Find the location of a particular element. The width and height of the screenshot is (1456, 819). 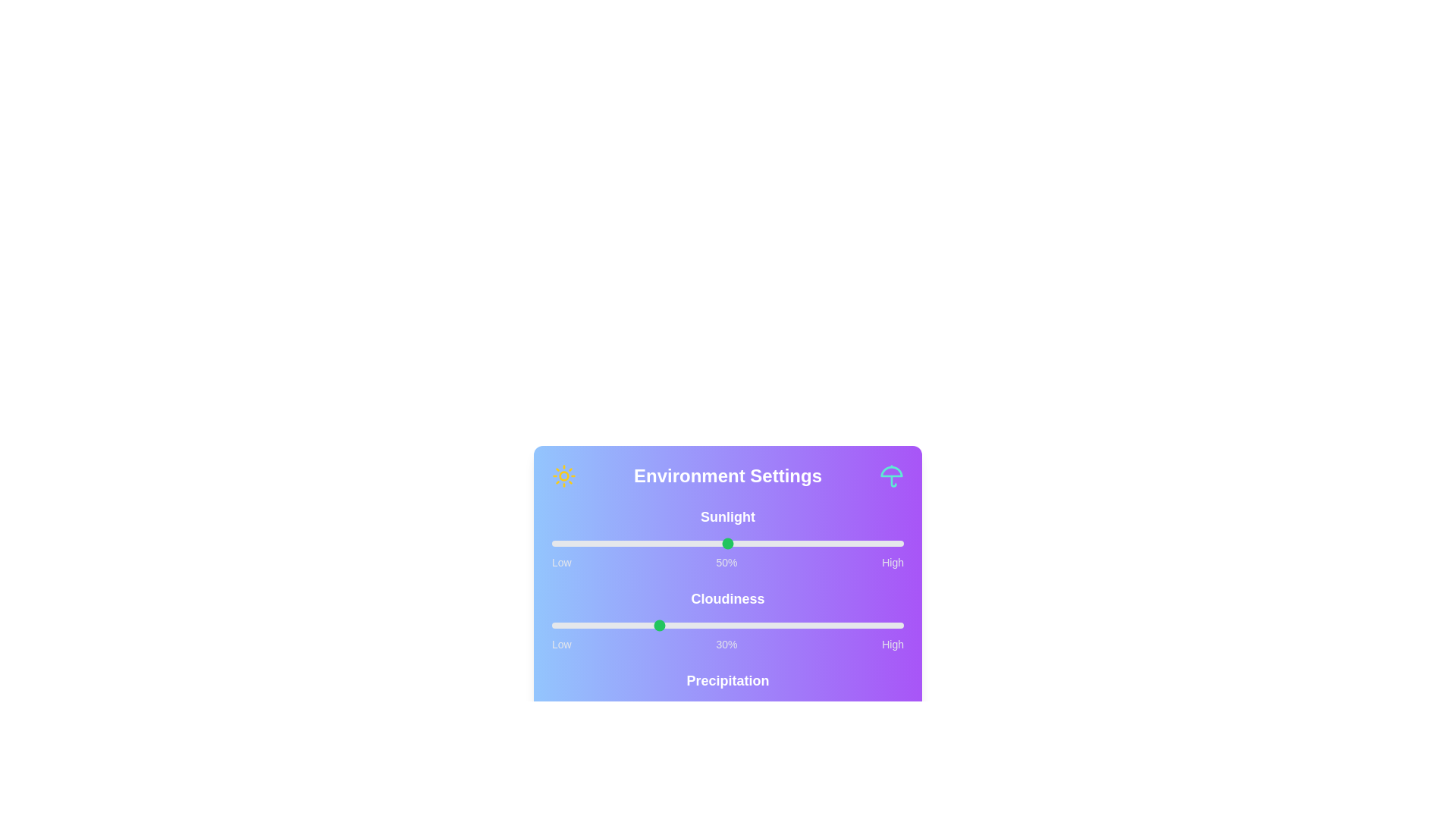

the sunlight slider to 29% is located at coordinates (654, 543).